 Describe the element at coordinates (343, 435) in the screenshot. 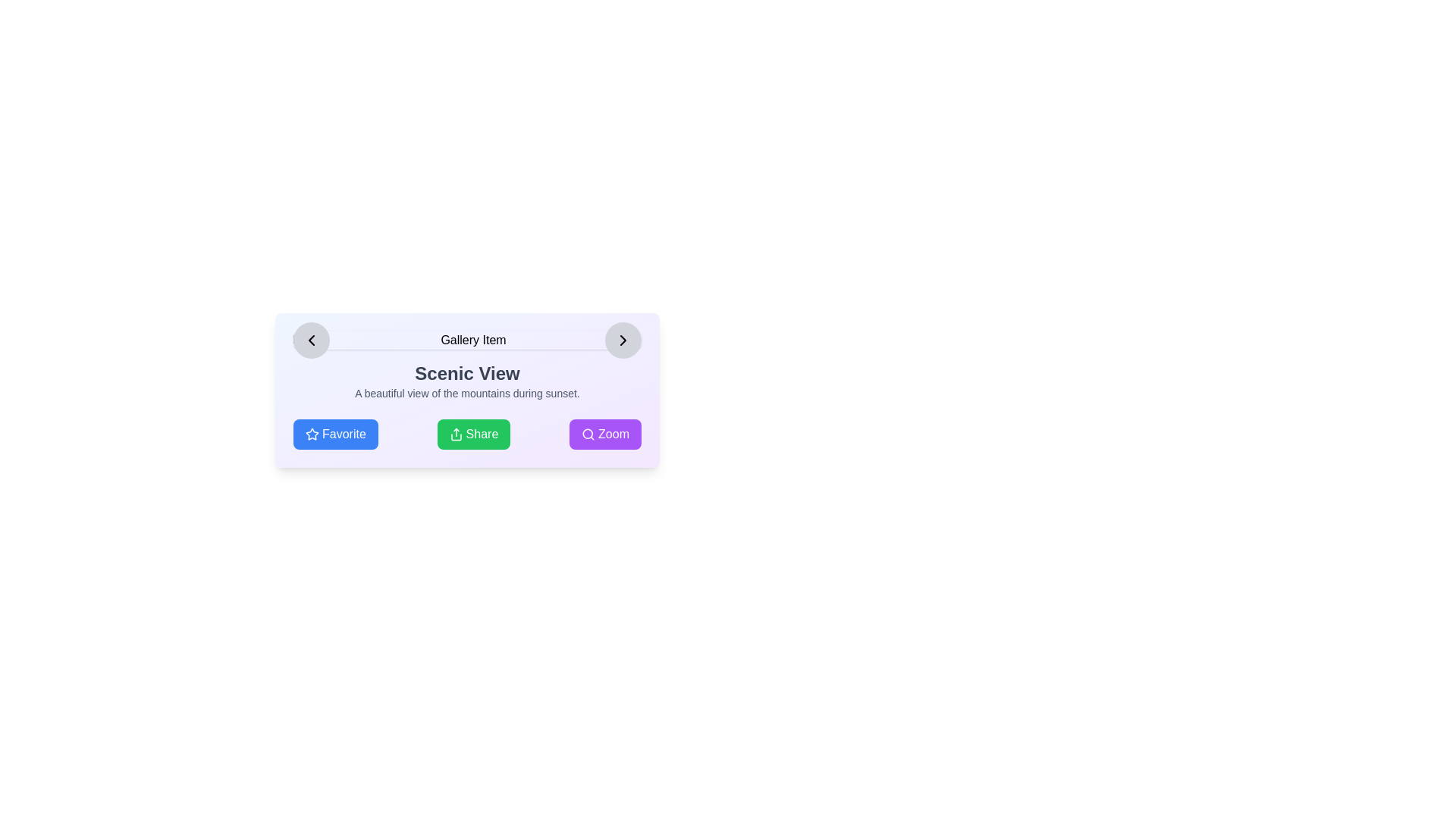

I see `details of the 'Favorite' label, which indicates that clicking the button will mark the item as a favorite, located centrally within the first button from the left in the bottom-left corner of the card interface` at that location.